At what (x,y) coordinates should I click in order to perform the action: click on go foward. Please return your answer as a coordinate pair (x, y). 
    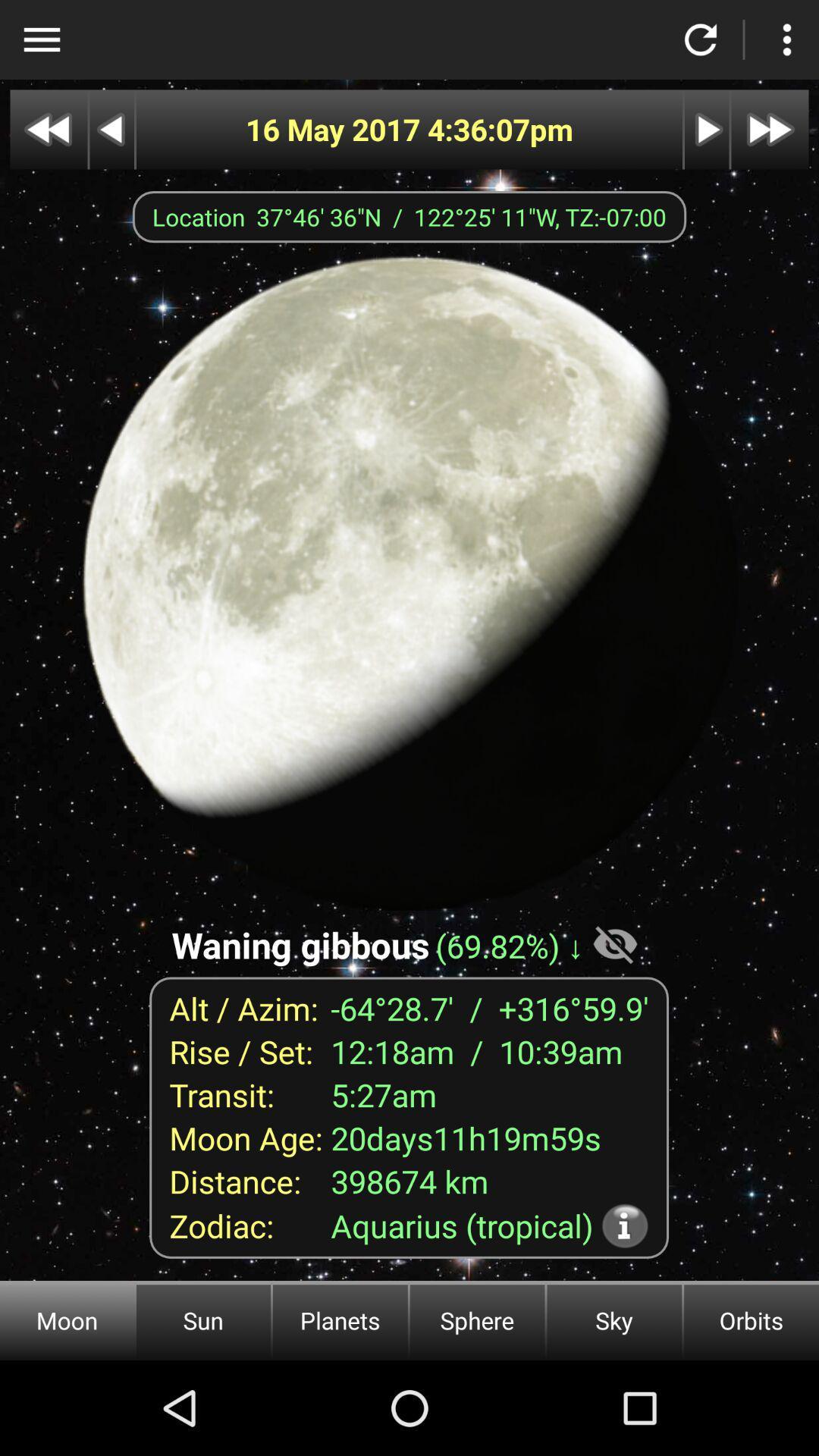
    Looking at the image, I should click on (770, 130).